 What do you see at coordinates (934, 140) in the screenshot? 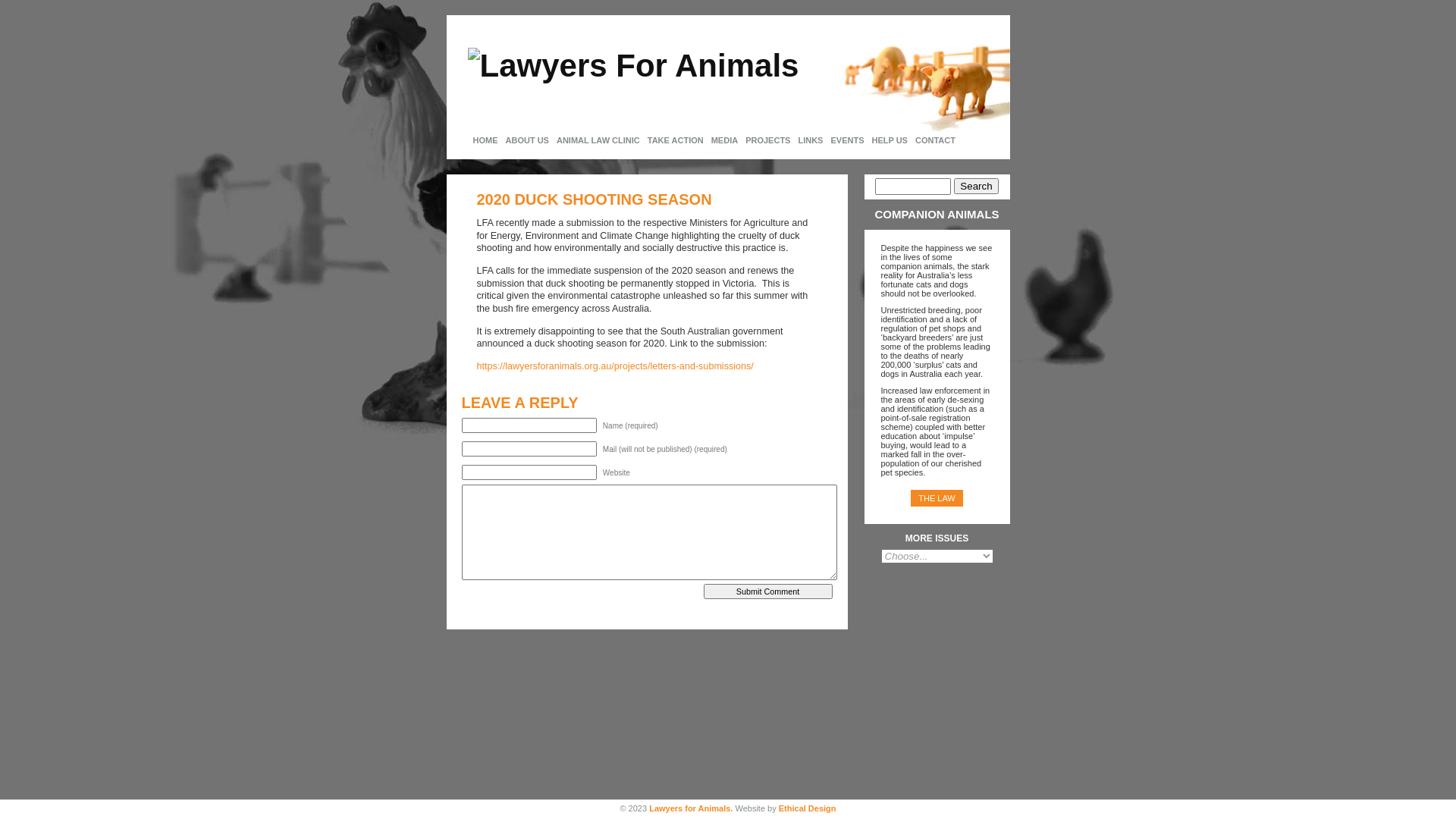
I see `'CONTACT'` at bounding box center [934, 140].